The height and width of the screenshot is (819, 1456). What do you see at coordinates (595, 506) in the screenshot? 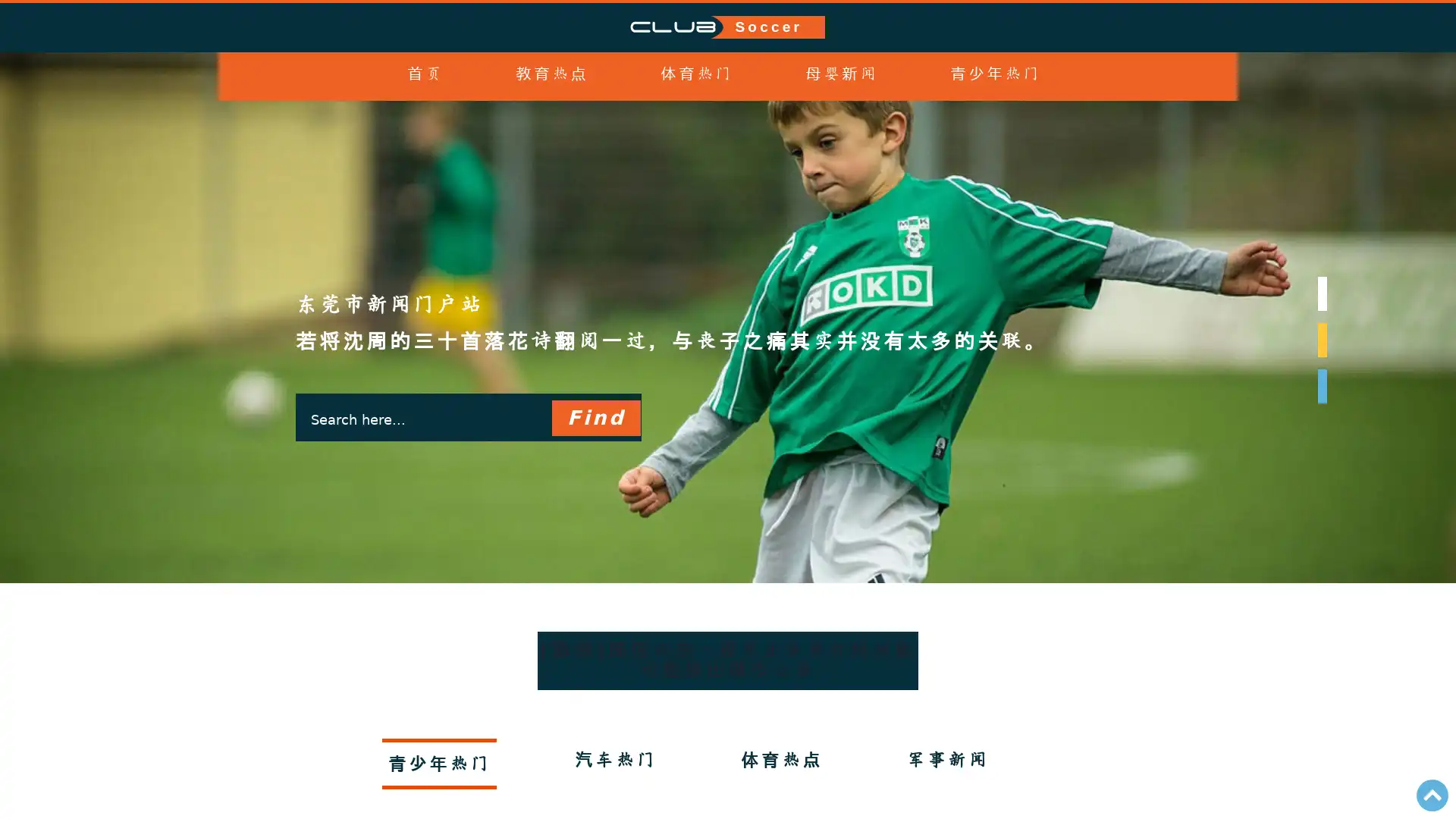
I see `Find` at bounding box center [595, 506].